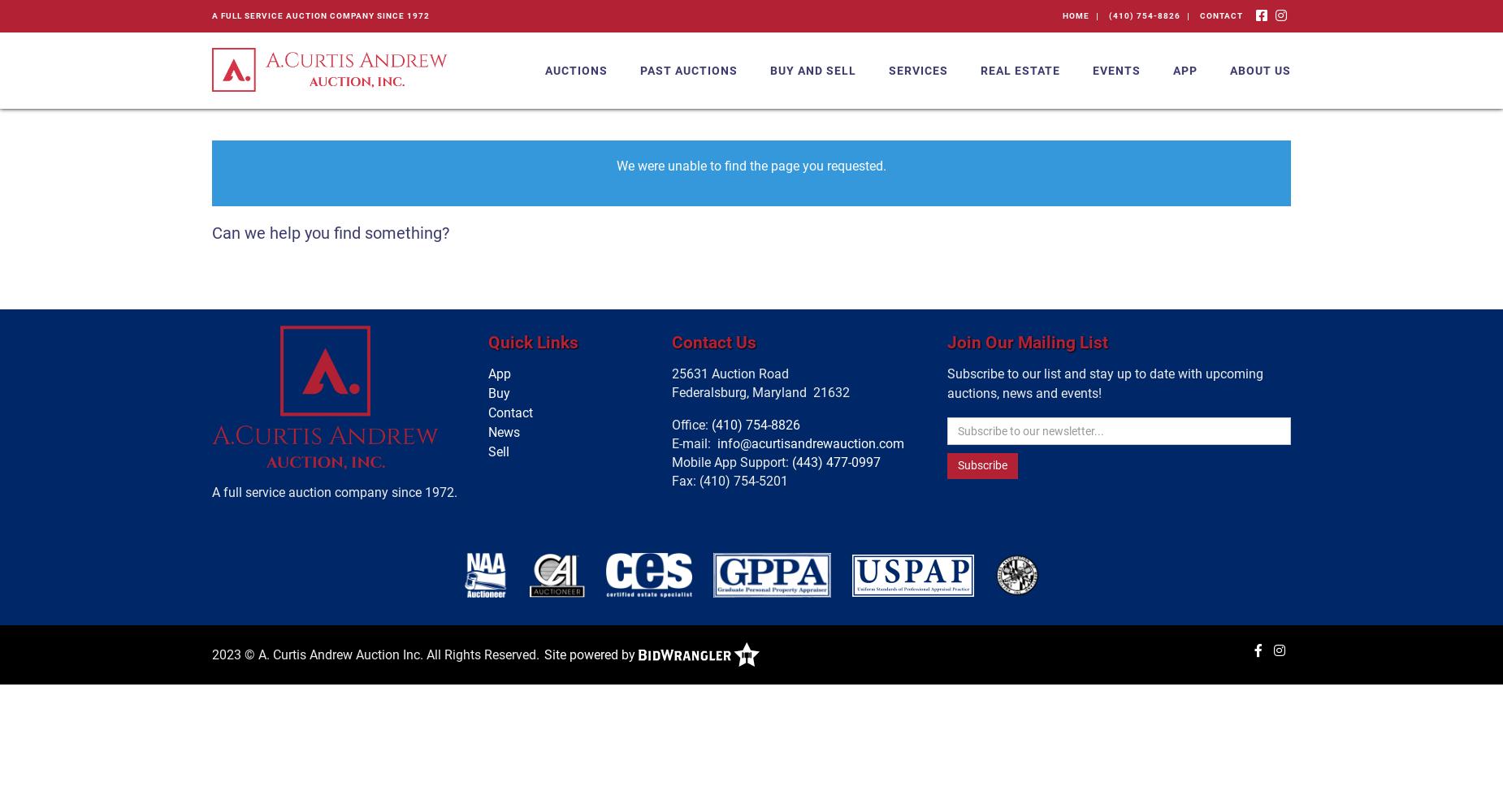 Image resolution: width=1503 pixels, height=812 pixels. What do you see at coordinates (591, 654) in the screenshot?
I see `'Site powered by'` at bounding box center [591, 654].